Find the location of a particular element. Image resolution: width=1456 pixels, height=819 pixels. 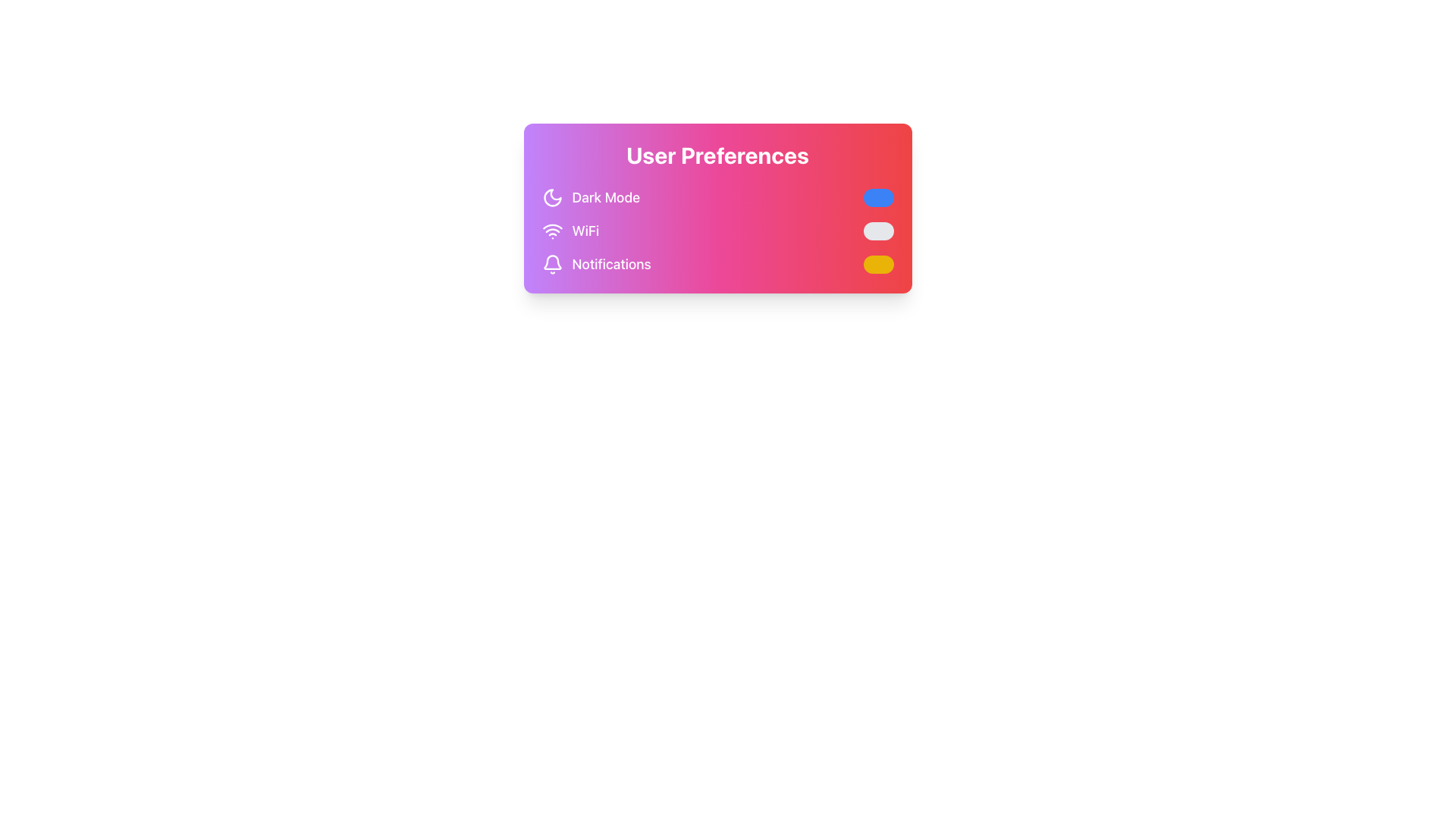

the notification icon, which is a bell icon located below the WiFi icon and next to the Notifications text in the User Preferences section is located at coordinates (551, 262).